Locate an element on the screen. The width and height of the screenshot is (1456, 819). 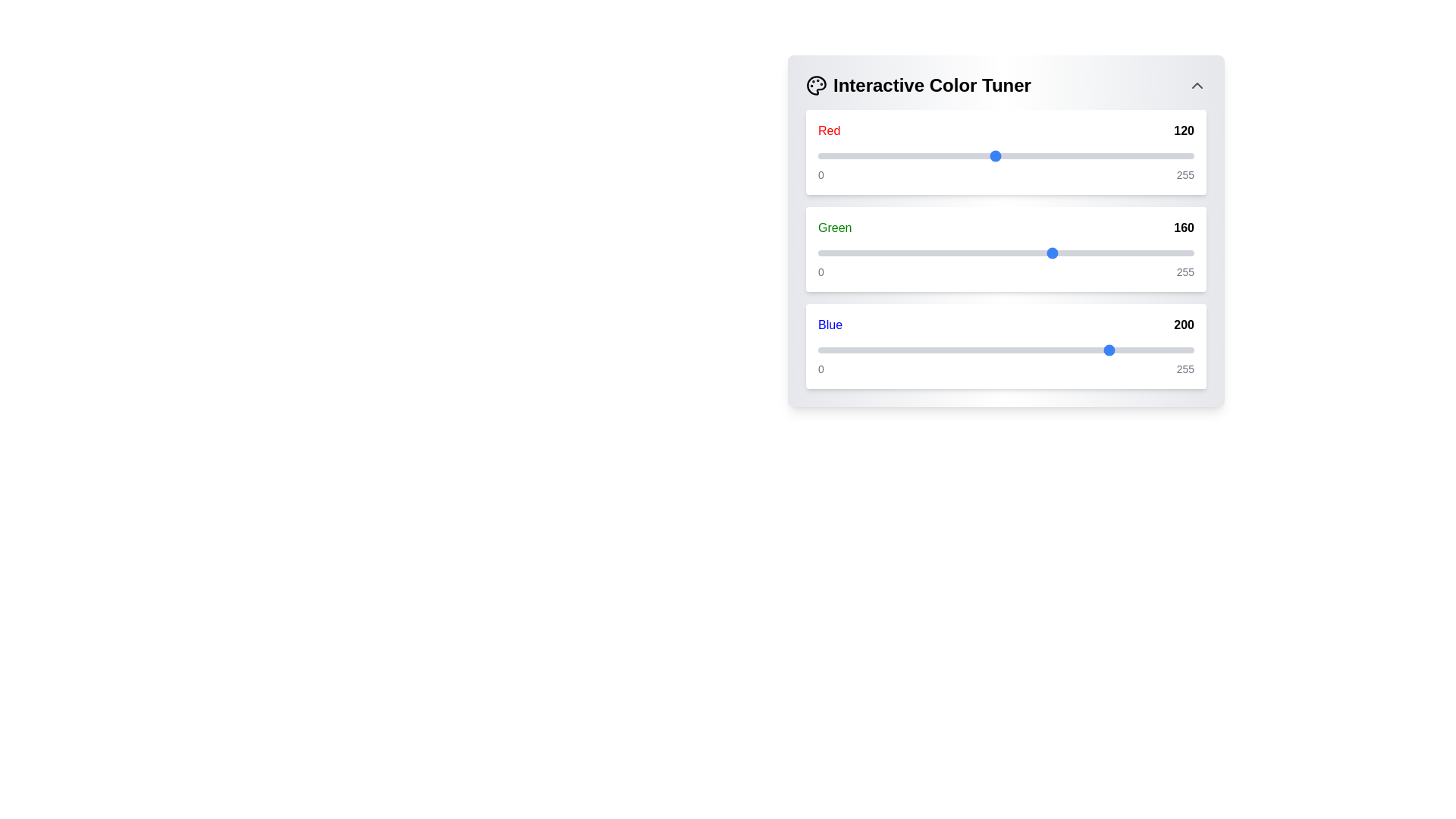
the Green slider of the Interactive Color Tuner is located at coordinates (1006, 248).